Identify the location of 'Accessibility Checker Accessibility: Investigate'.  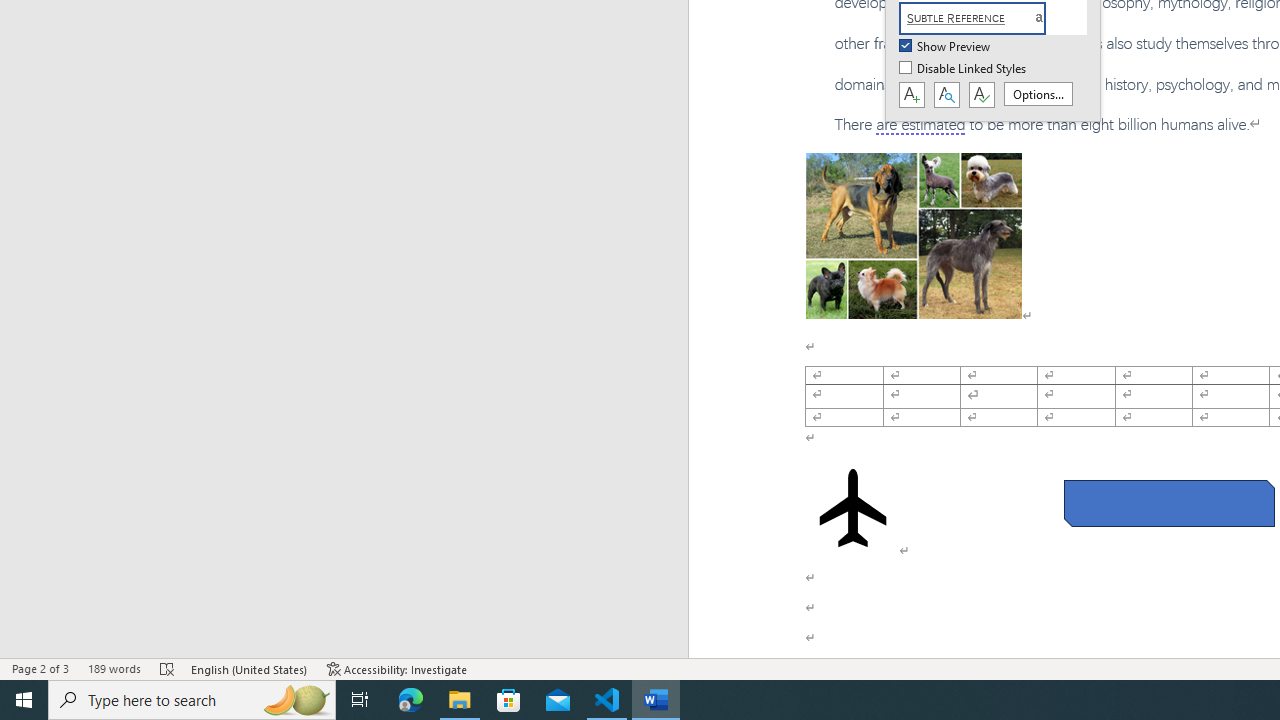
(397, 669).